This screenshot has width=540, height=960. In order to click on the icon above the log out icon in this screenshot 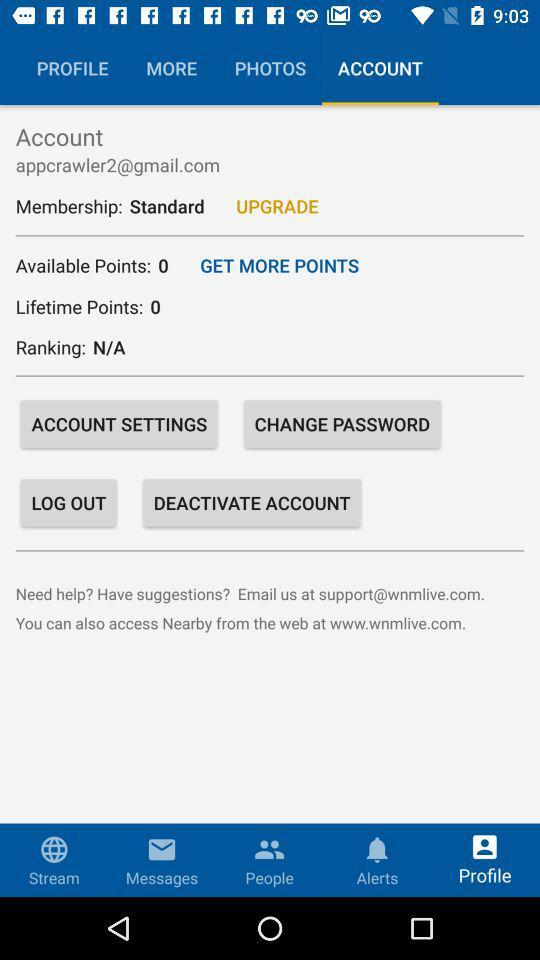, I will do `click(119, 424)`.